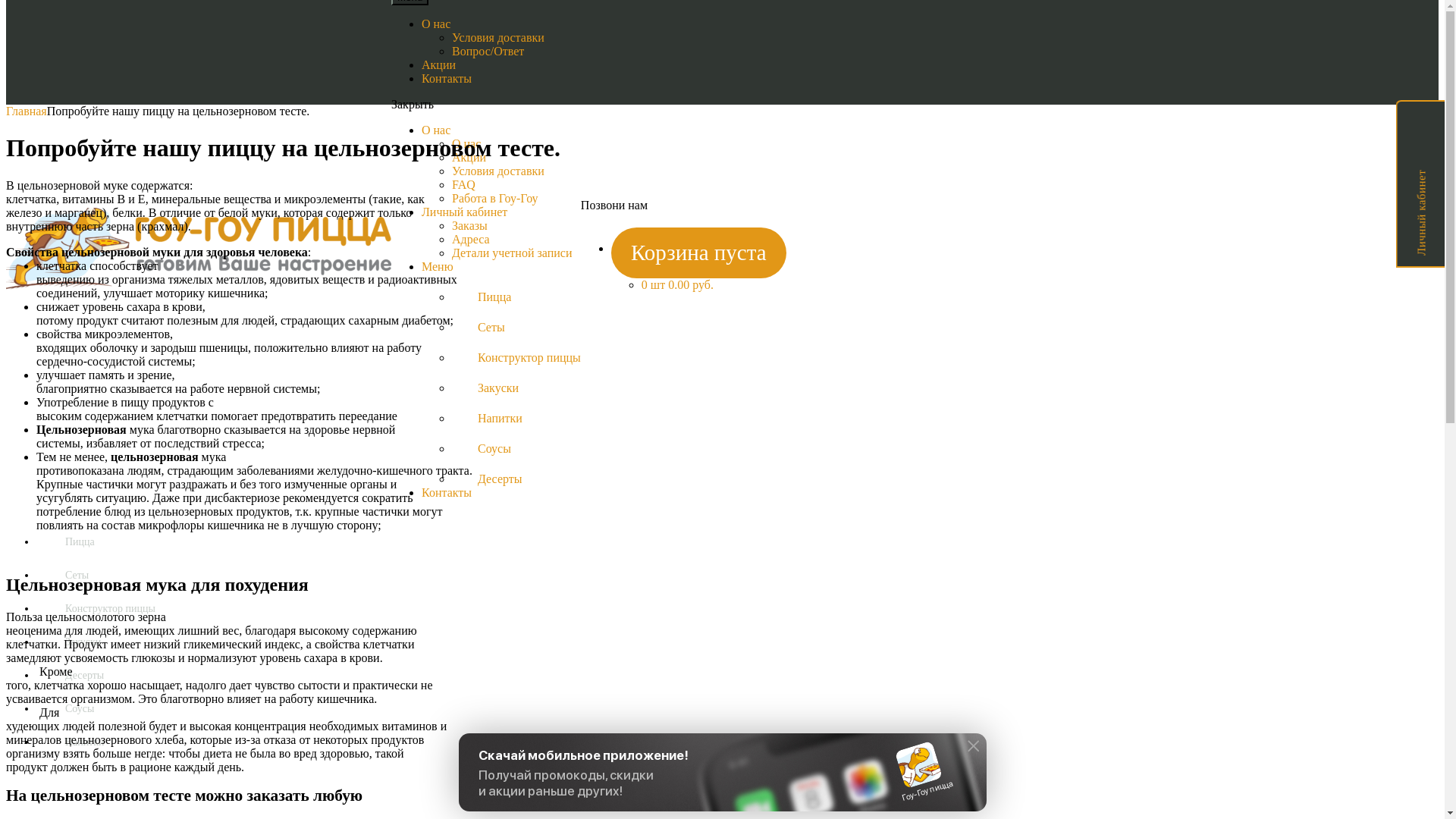  Describe the element at coordinates (463, 184) in the screenshot. I see `'FAQ'` at that location.